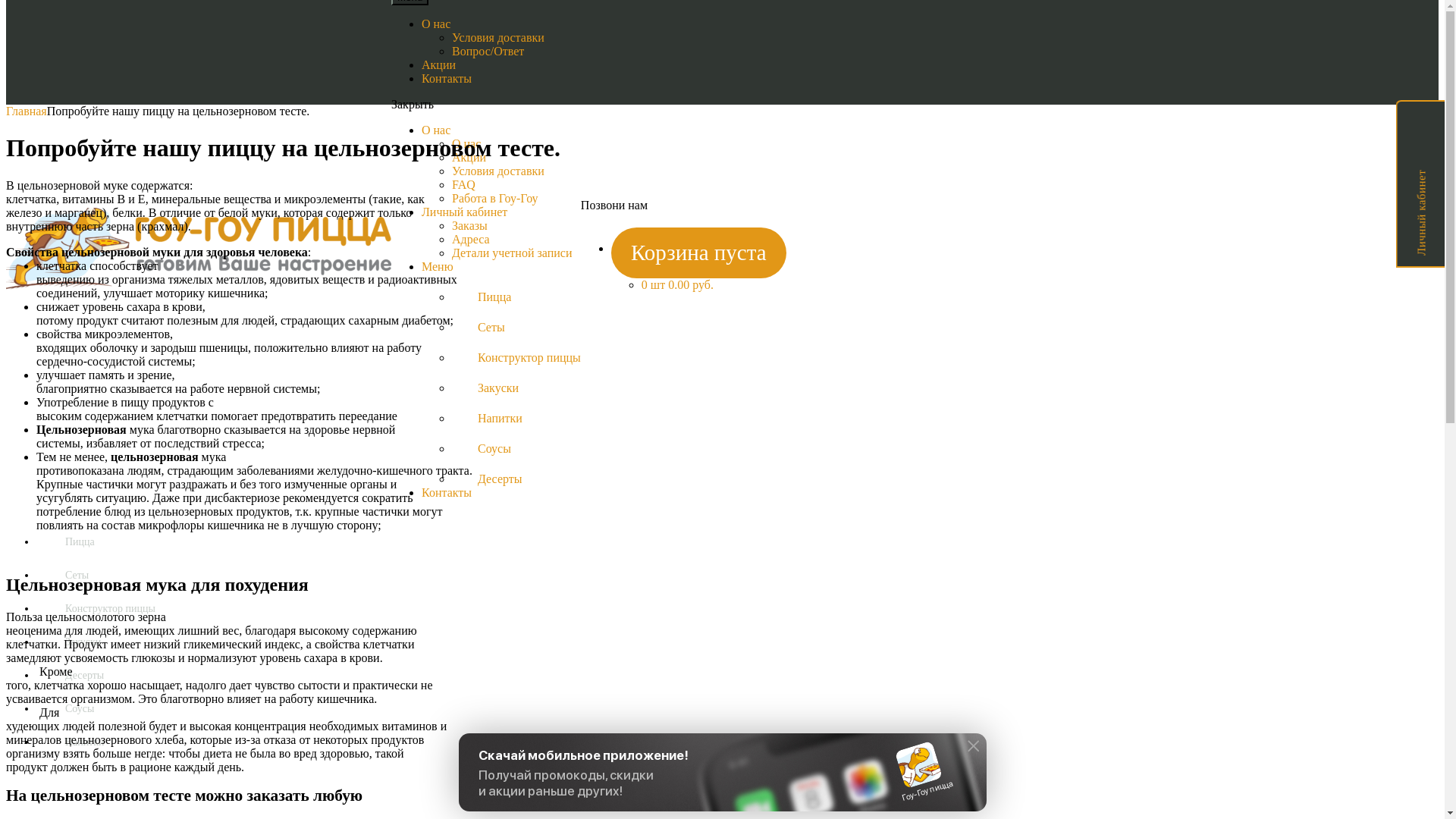  Describe the element at coordinates (463, 184) in the screenshot. I see `'FAQ'` at that location.